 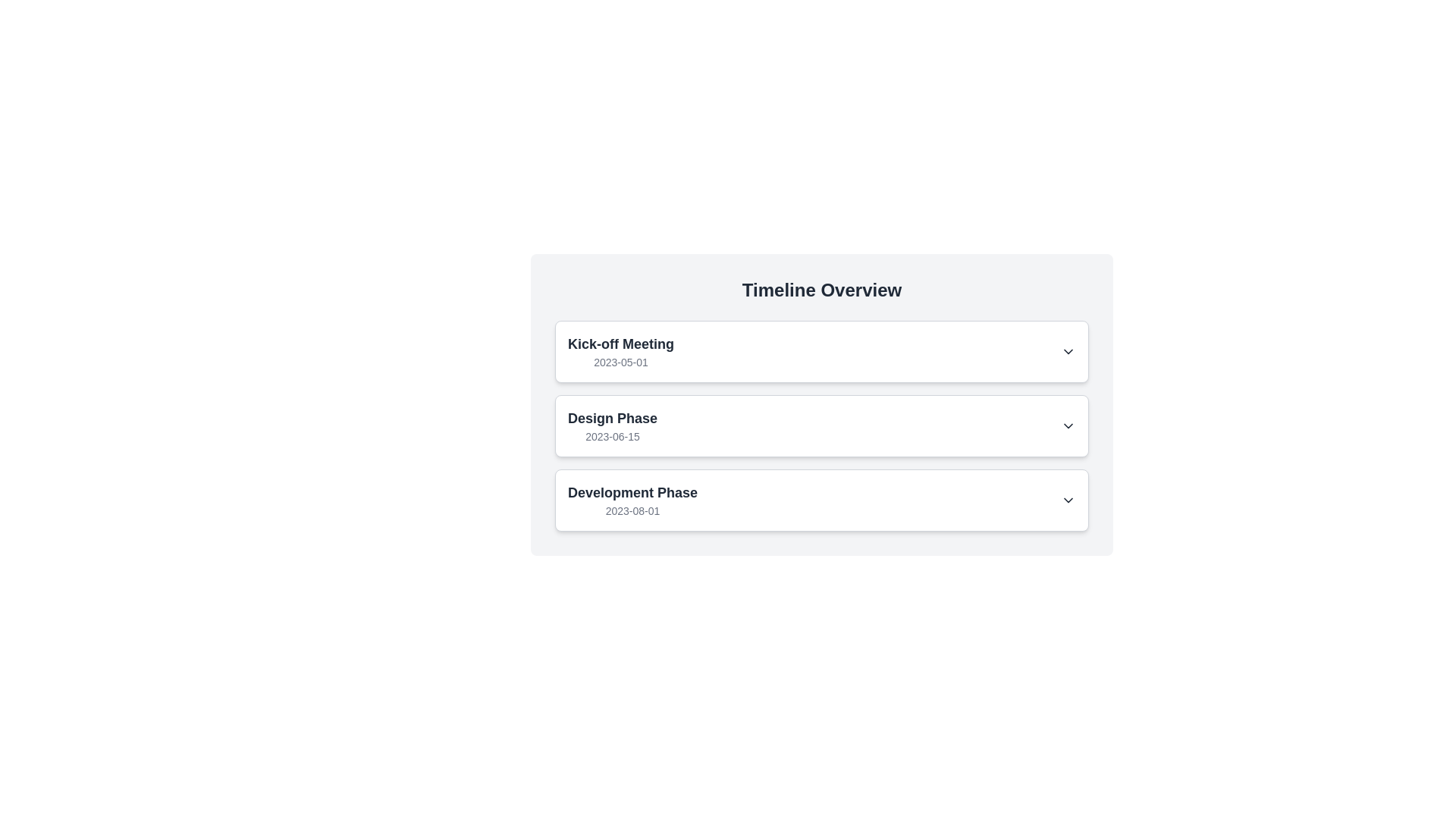 I want to click on the 'Design Phase' milestone card in the 'Timeline Overview', so click(x=821, y=403).